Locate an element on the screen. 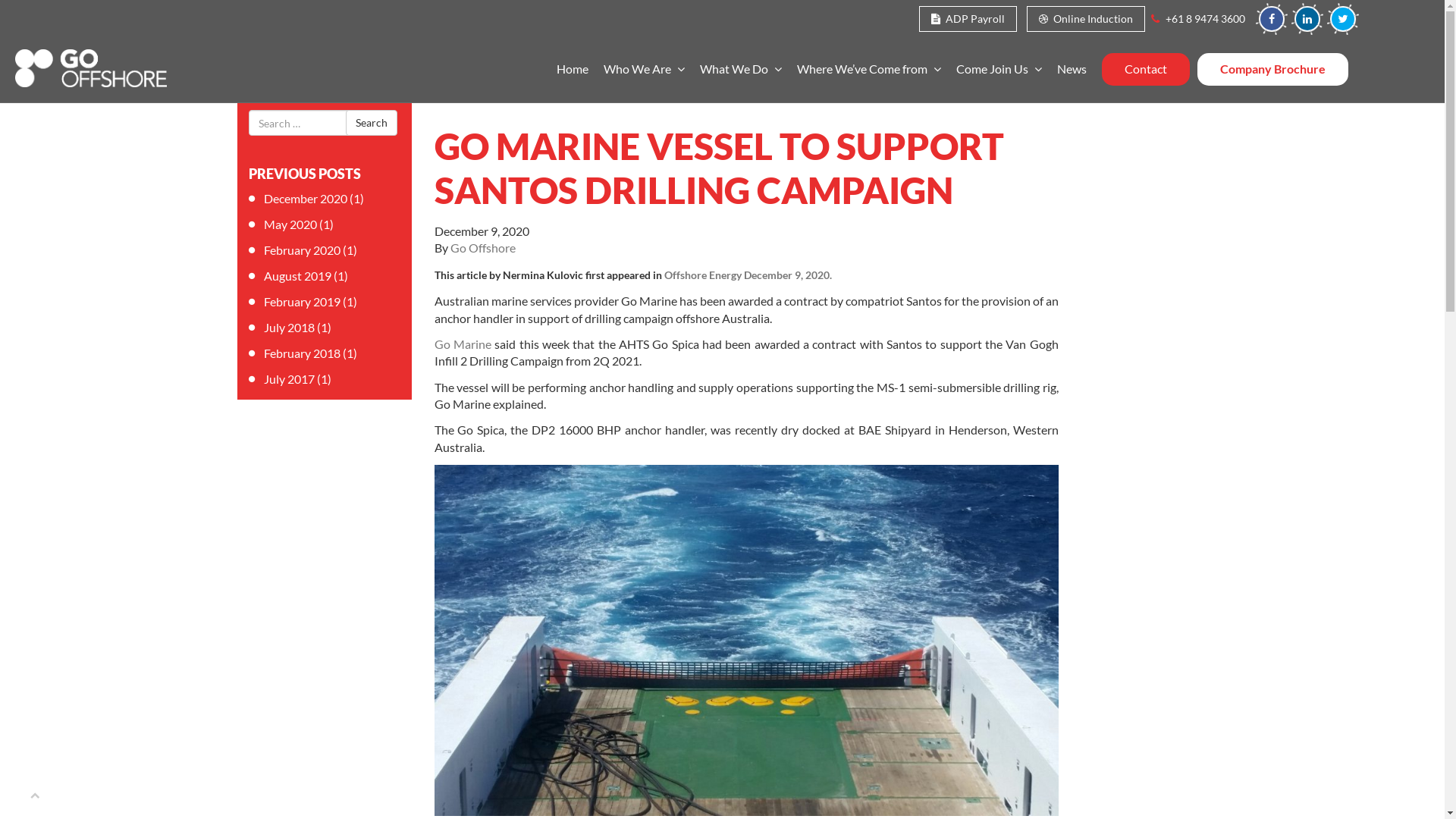 Image resolution: width=1456 pixels, height=819 pixels. 'Online Induction' is located at coordinates (1084, 18).